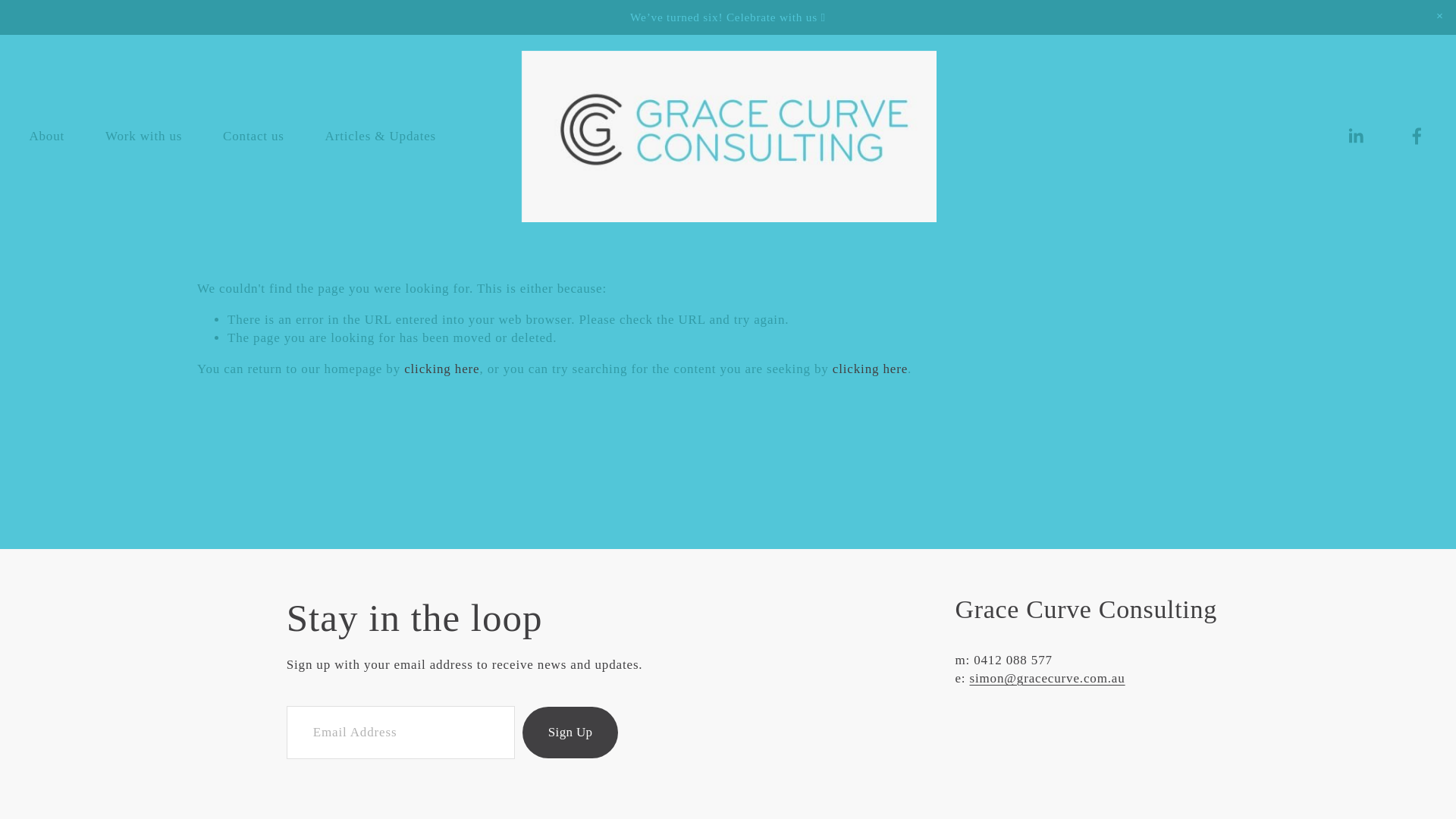  What do you see at coordinates (253, 135) in the screenshot?
I see `'Contact us'` at bounding box center [253, 135].